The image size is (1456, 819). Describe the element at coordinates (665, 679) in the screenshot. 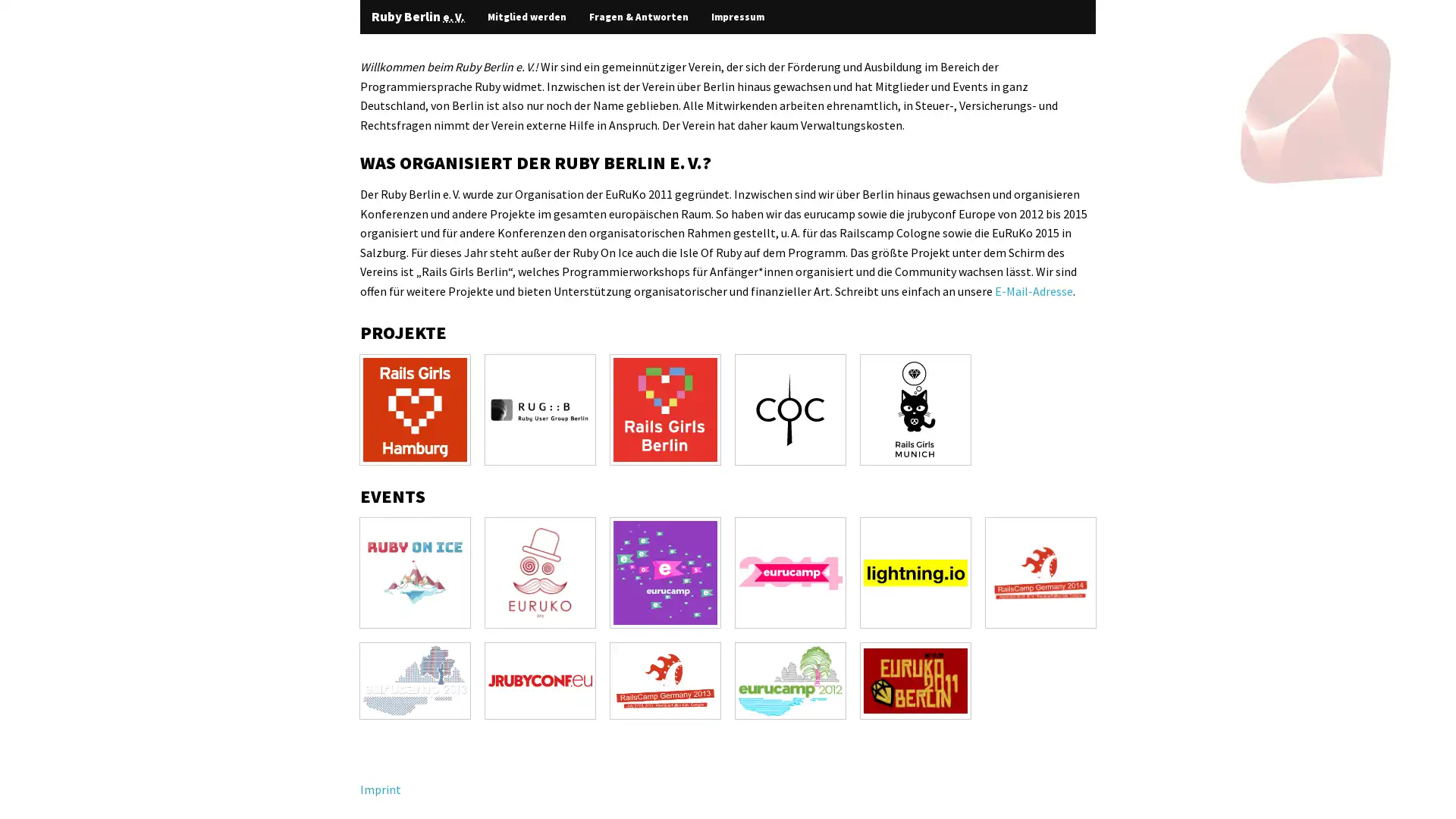

I see `Railscamp 2013` at that location.